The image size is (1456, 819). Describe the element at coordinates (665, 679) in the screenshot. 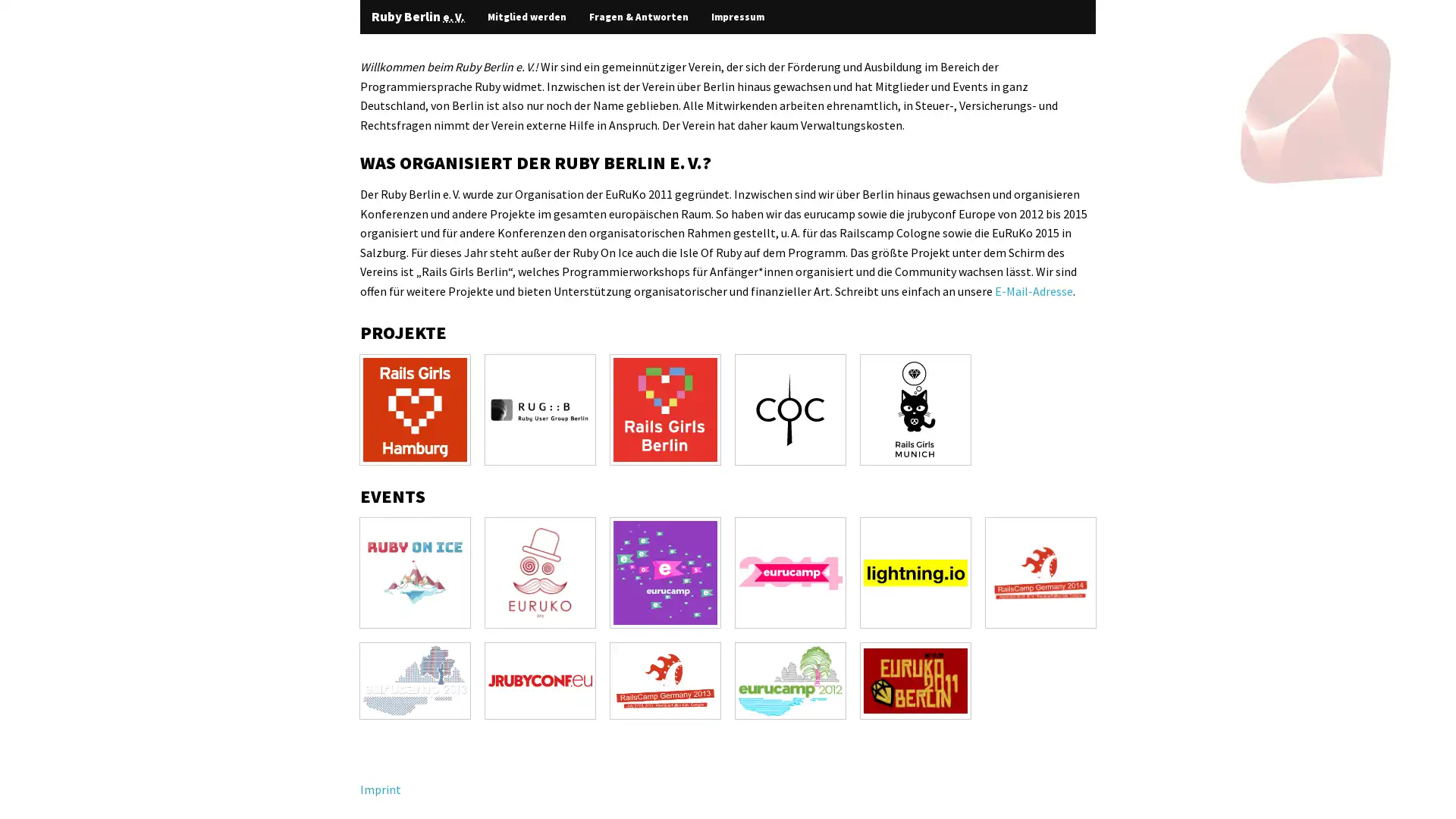

I see `Railscamp 2013` at that location.